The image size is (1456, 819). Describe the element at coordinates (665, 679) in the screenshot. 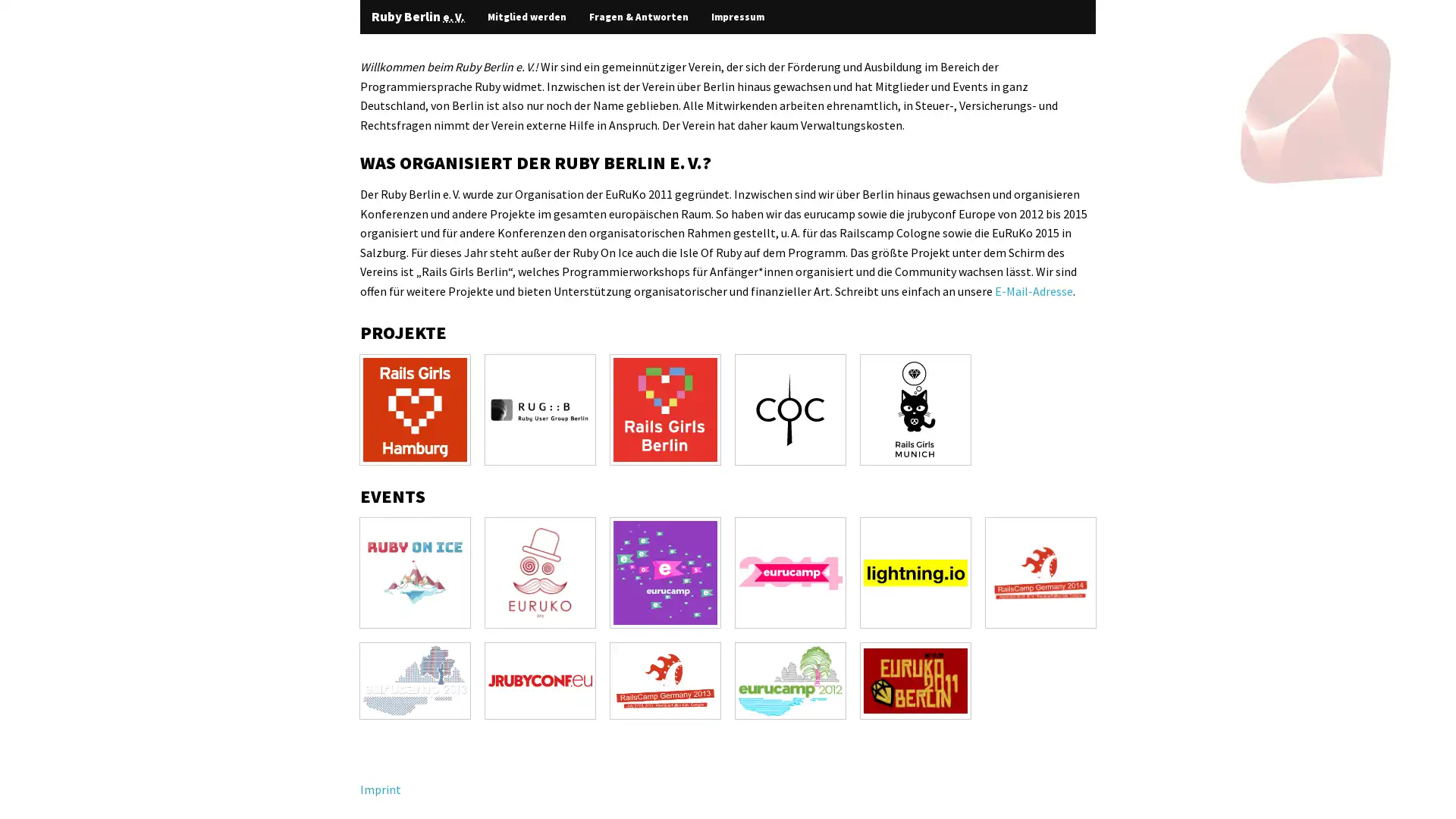

I see `Railscamp 2013` at that location.